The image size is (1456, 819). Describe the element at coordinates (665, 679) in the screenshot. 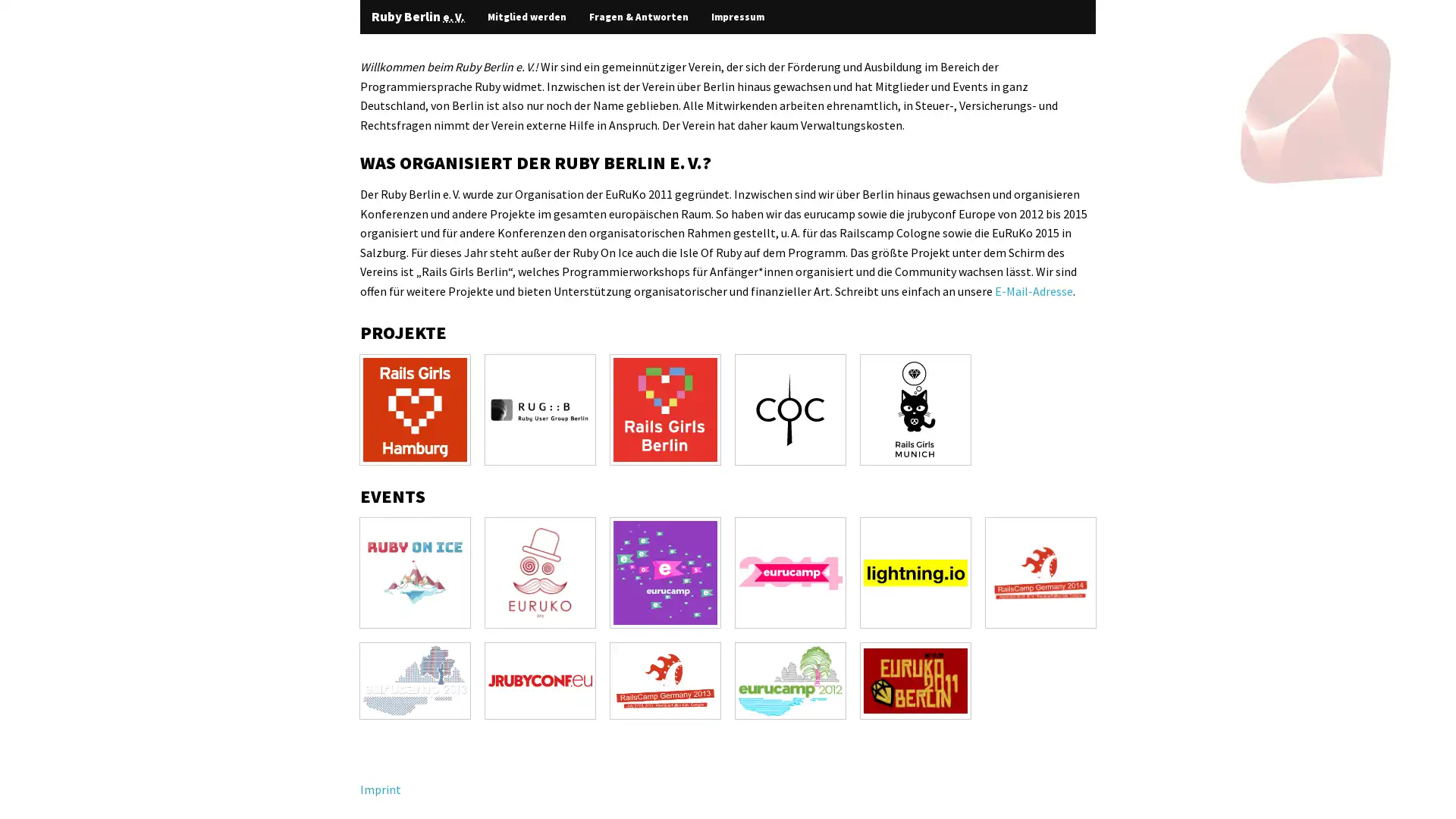

I see `Railscamp 2013` at that location.